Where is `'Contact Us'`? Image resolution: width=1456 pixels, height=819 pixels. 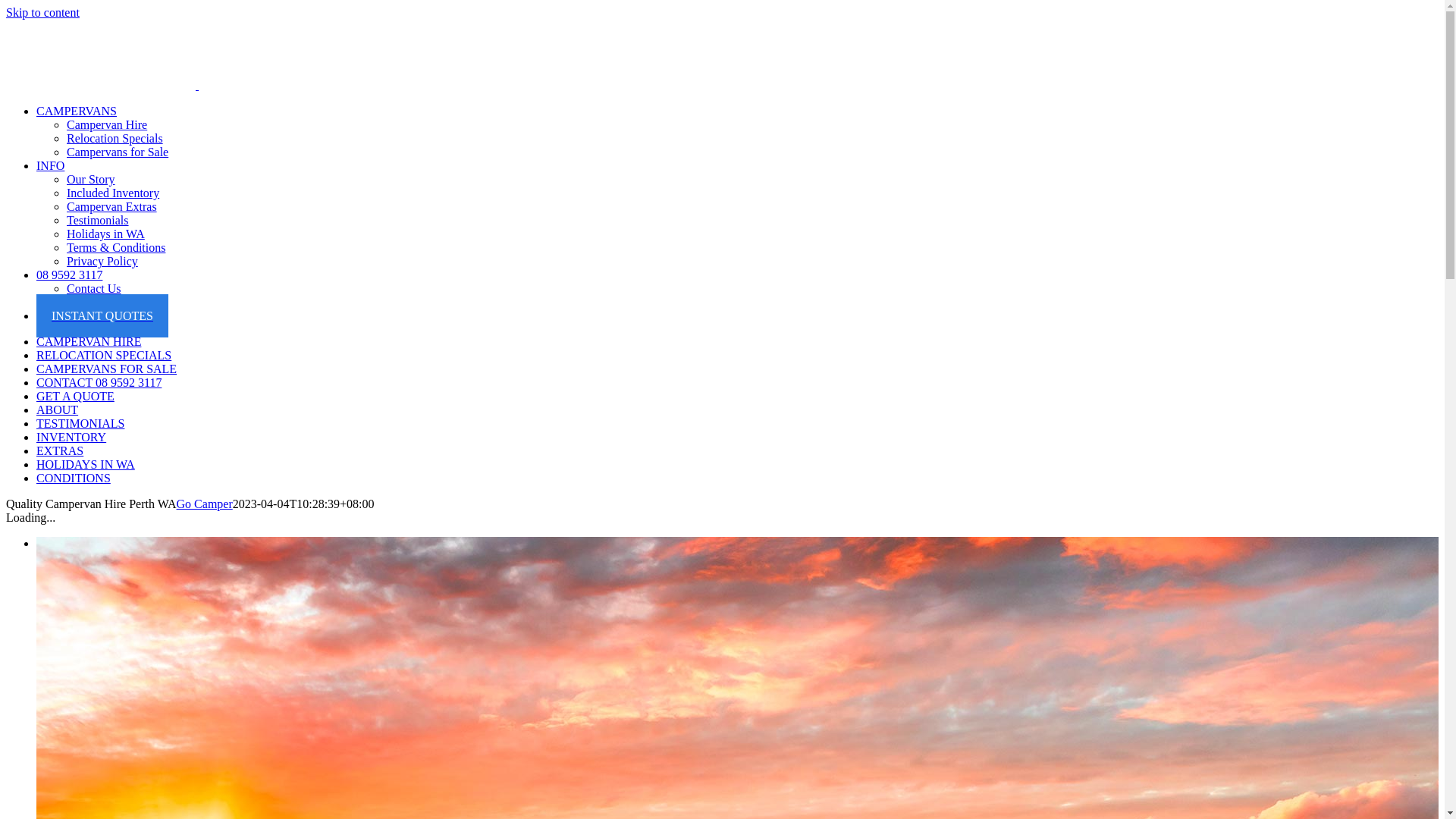
'Contact Us' is located at coordinates (93, 288).